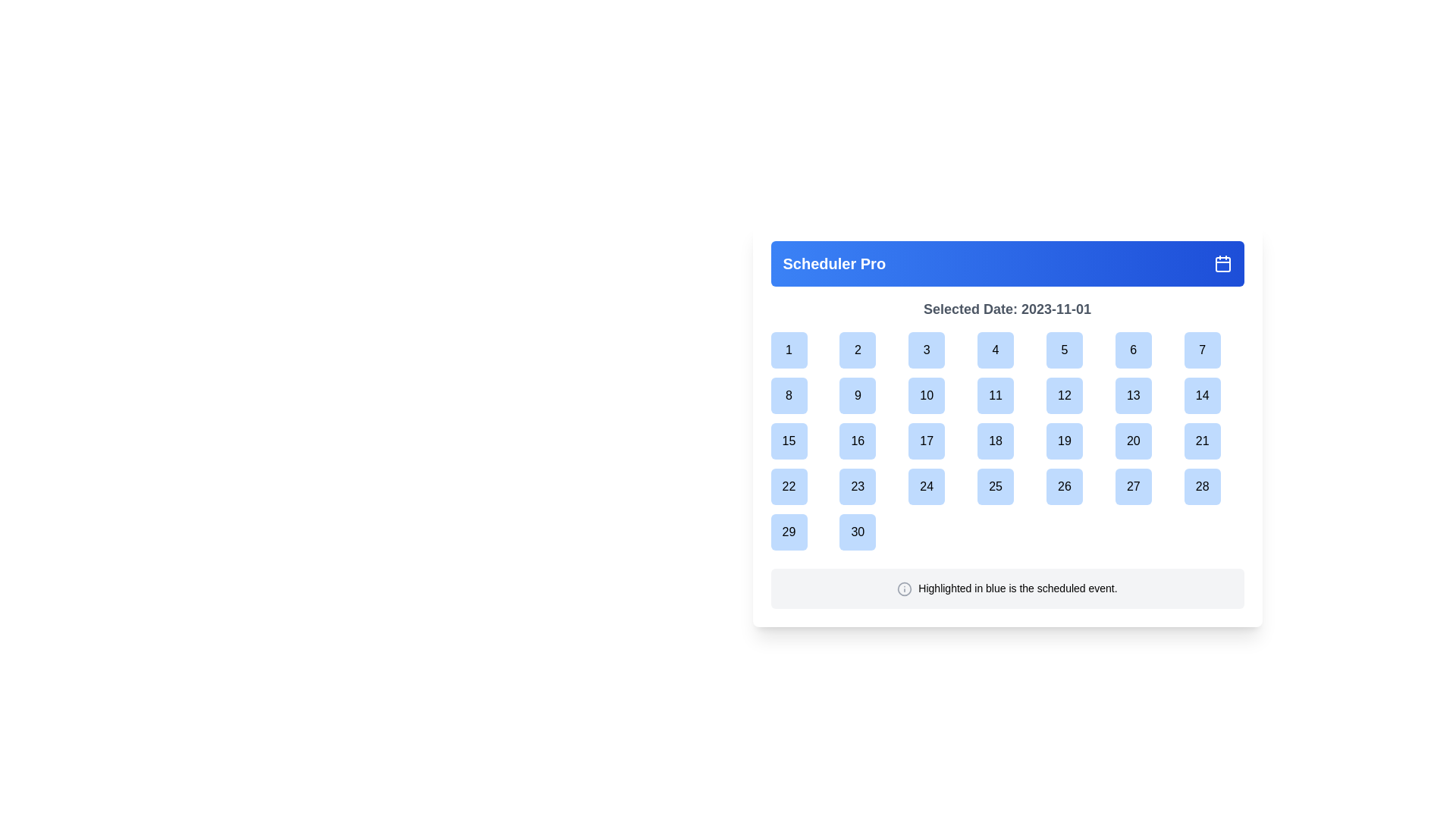  I want to click on the Interactive Date Cell representing the 16th day of the month, so click(869, 441).